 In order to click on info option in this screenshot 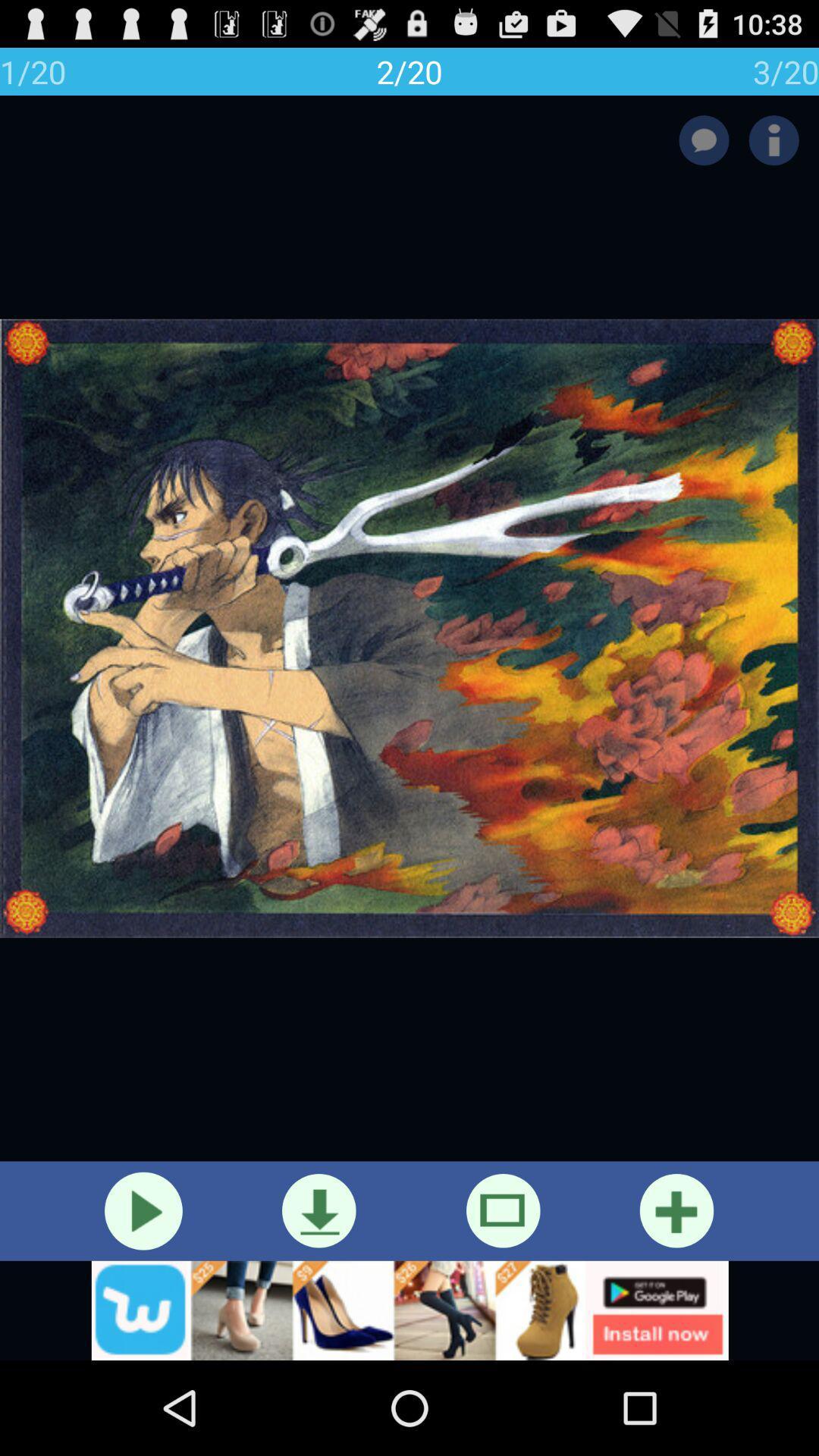, I will do `click(773, 140)`.